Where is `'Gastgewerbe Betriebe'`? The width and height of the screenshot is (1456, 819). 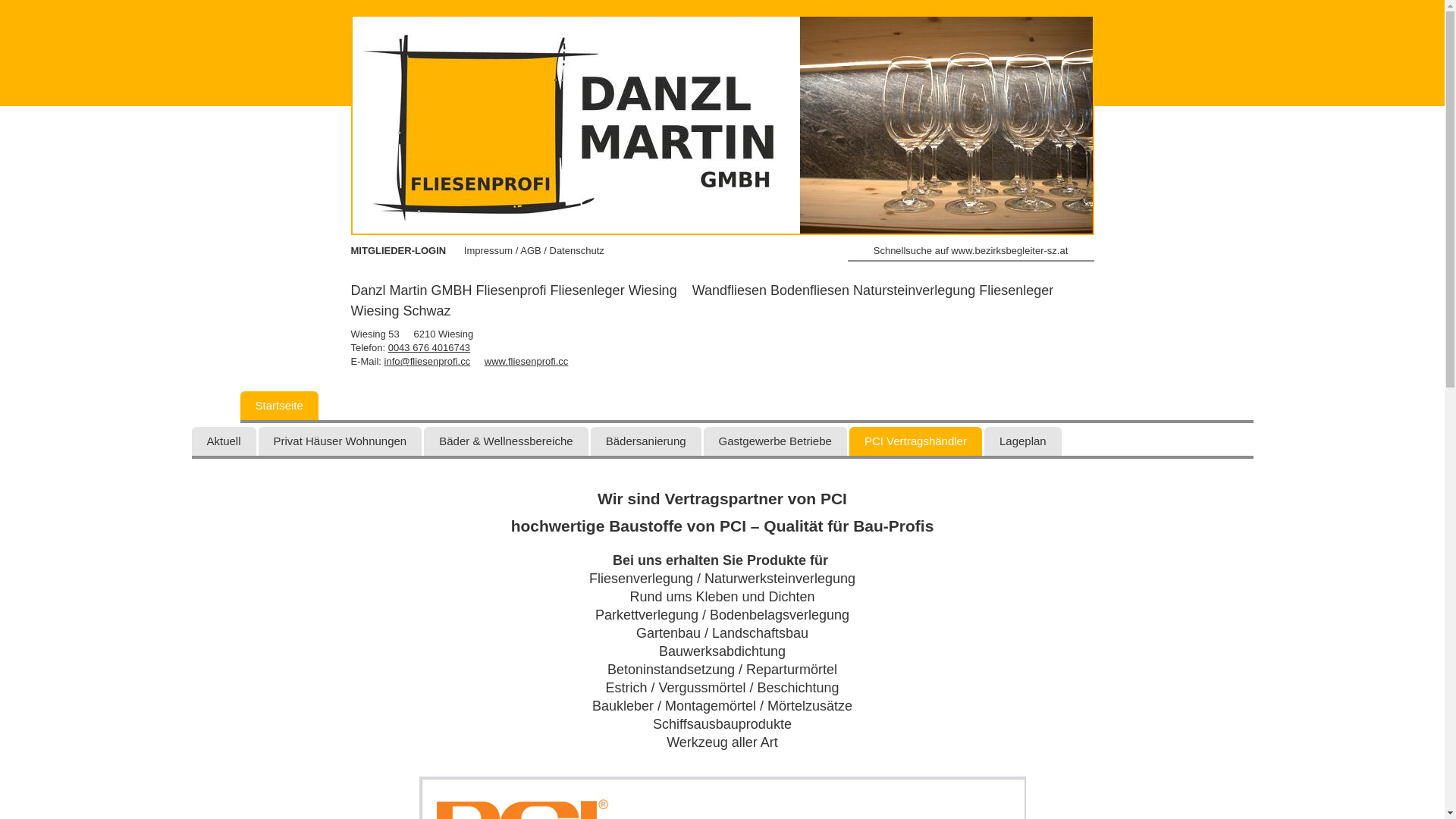 'Gastgewerbe Betriebe' is located at coordinates (775, 441).